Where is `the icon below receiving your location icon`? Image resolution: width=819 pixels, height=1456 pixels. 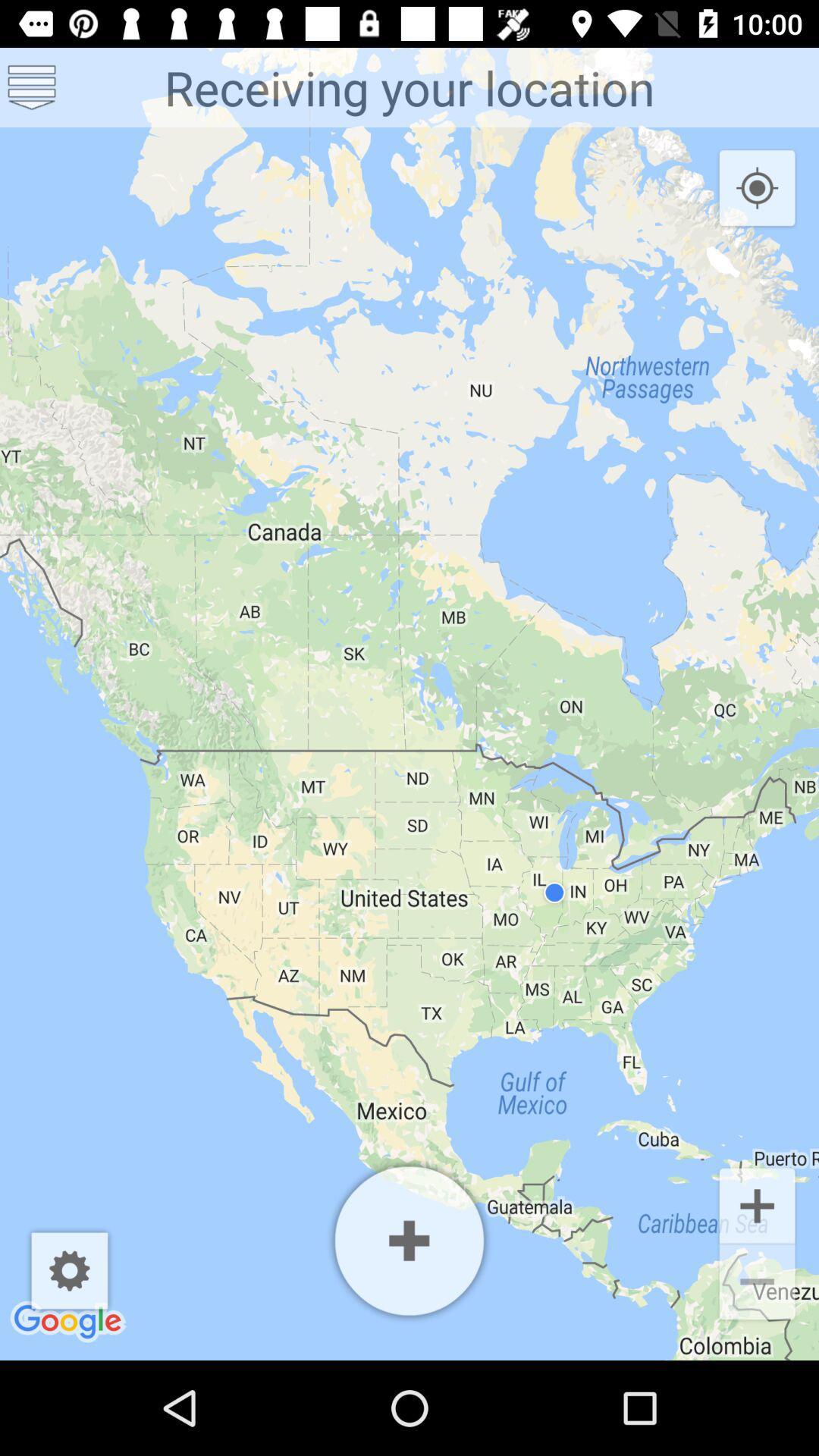 the icon below receiving your location icon is located at coordinates (69, 1270).